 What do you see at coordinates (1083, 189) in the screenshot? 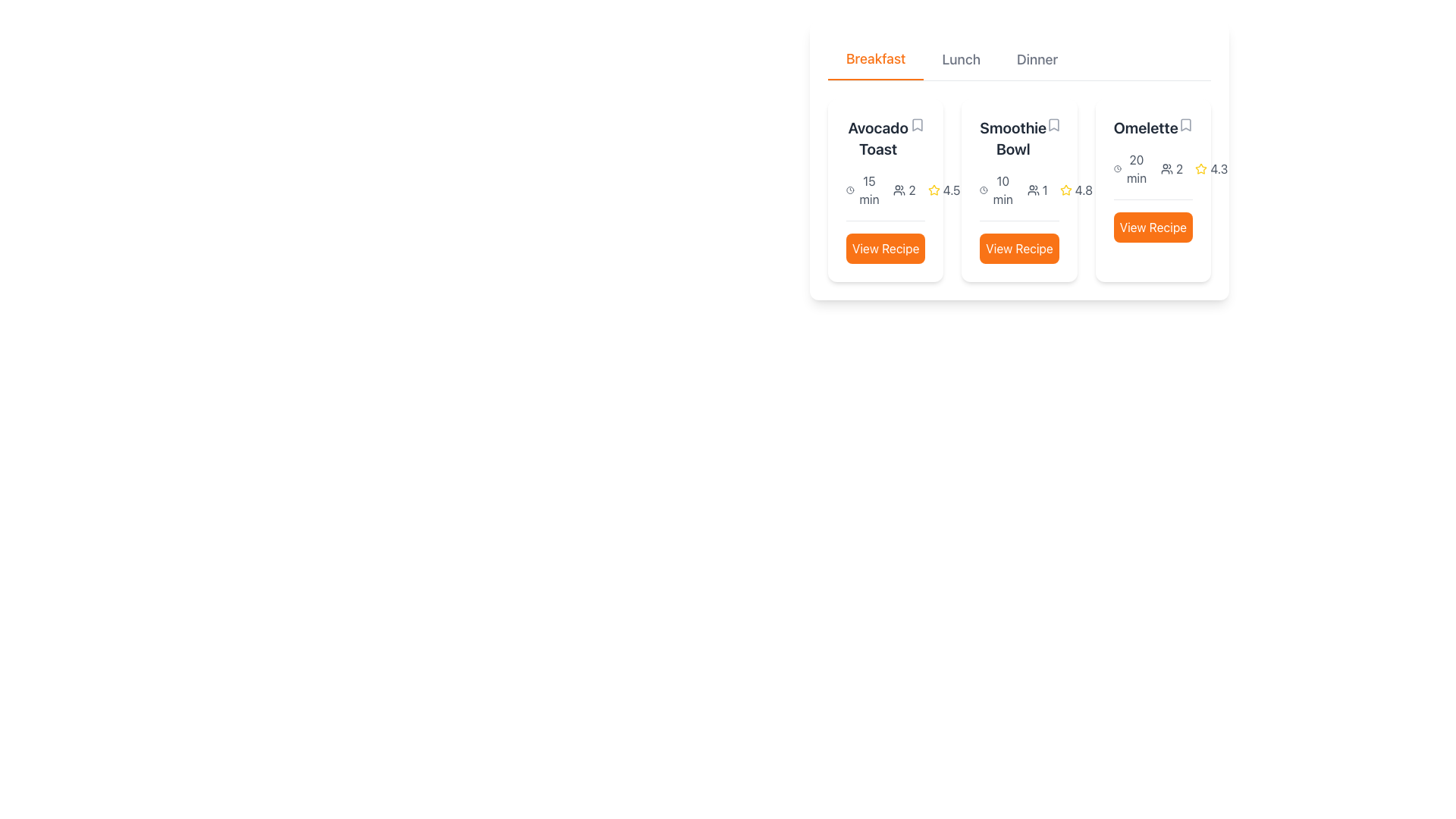
I see `displayed rating value next to the yellow star icon in the Smoothie Bowl card details section` at bounding box center [1083, 189].